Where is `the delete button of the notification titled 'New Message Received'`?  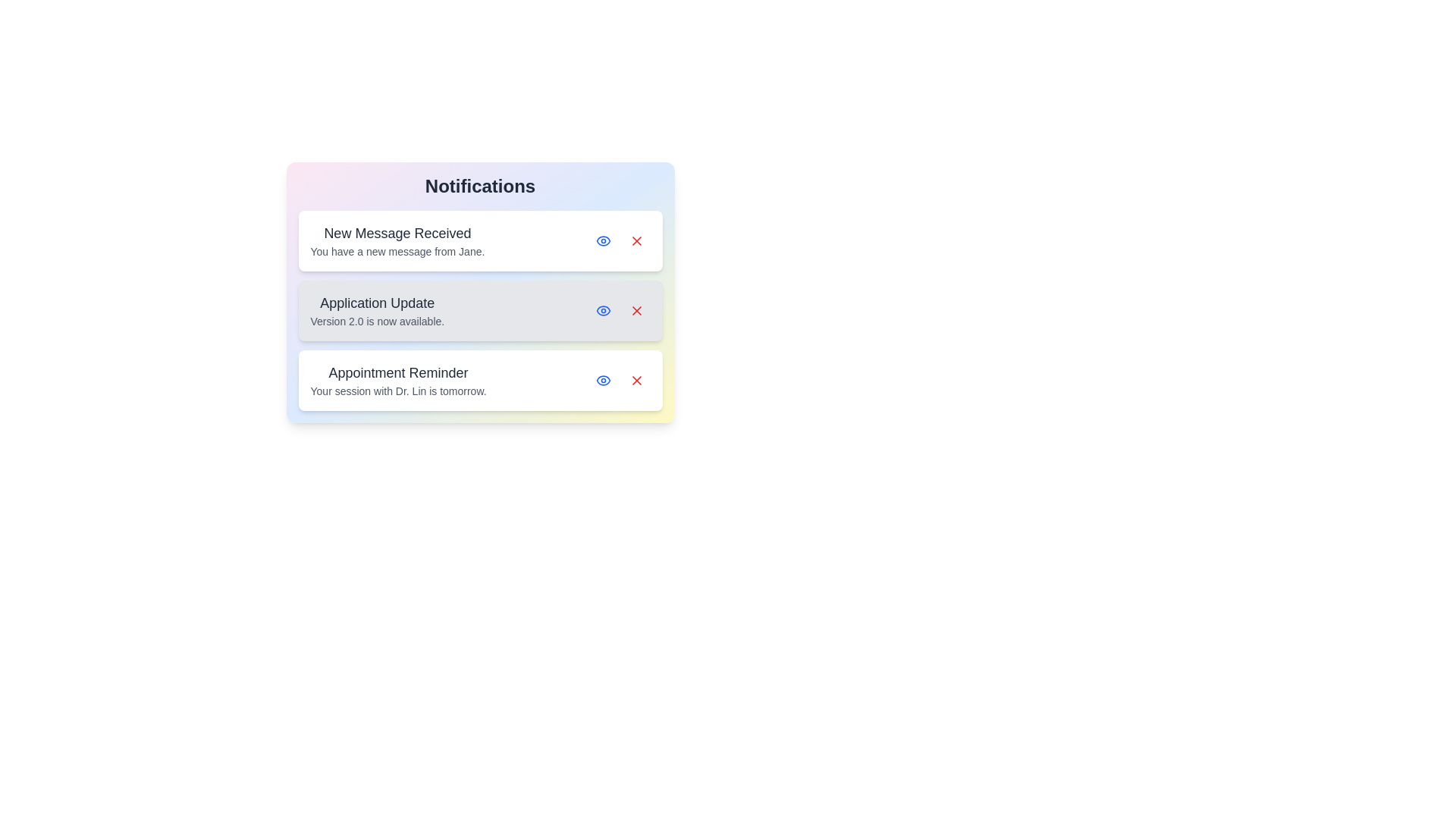
the delete button of the notification titled 'New Message Received' is located at coordinates (636, 240).